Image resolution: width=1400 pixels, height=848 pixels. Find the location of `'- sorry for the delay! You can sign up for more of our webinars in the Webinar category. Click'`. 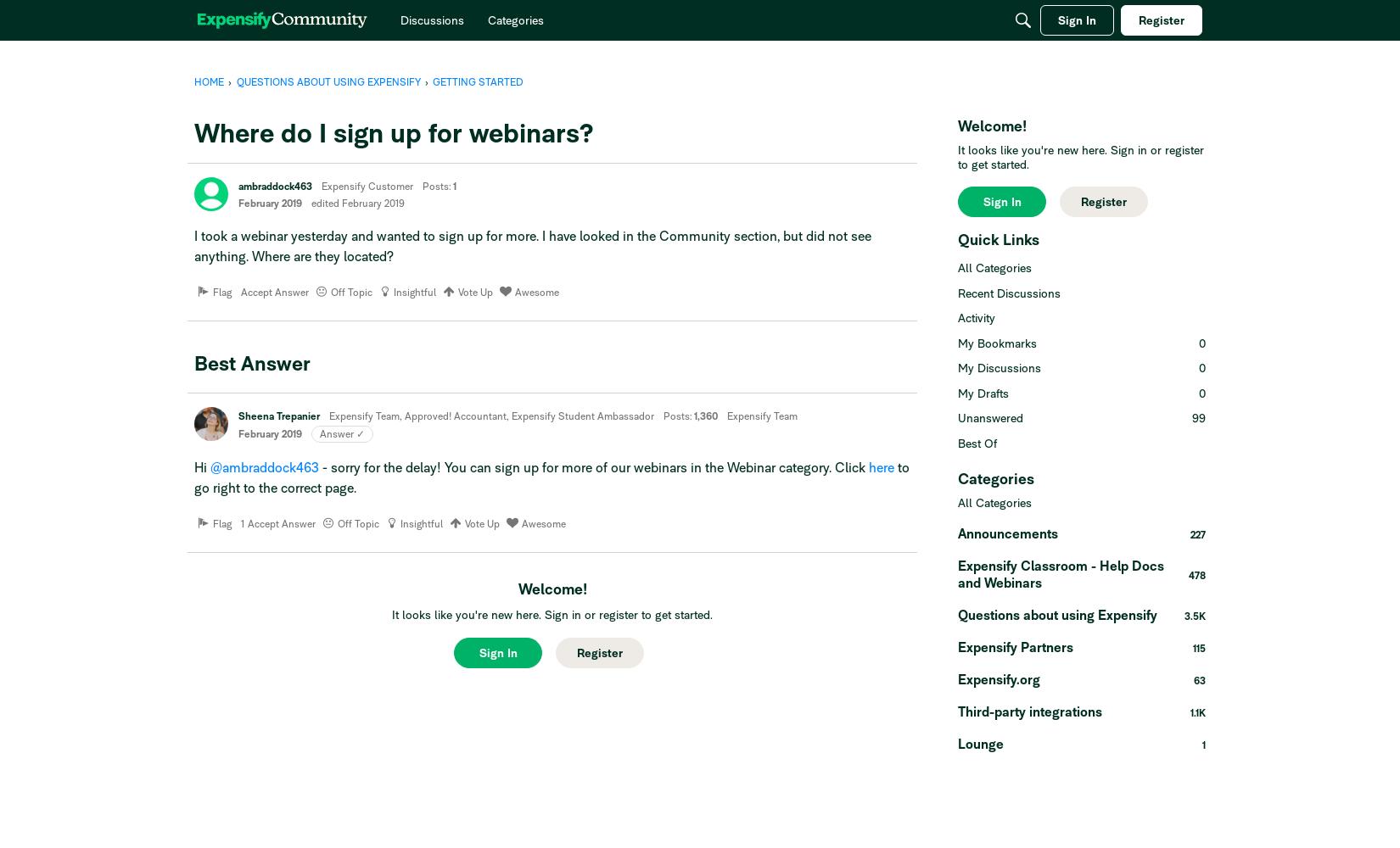

'- sorry for the delay! You can sign up for more of our webinars in the Webinar category. Click' is located at coordinates (319, 467).